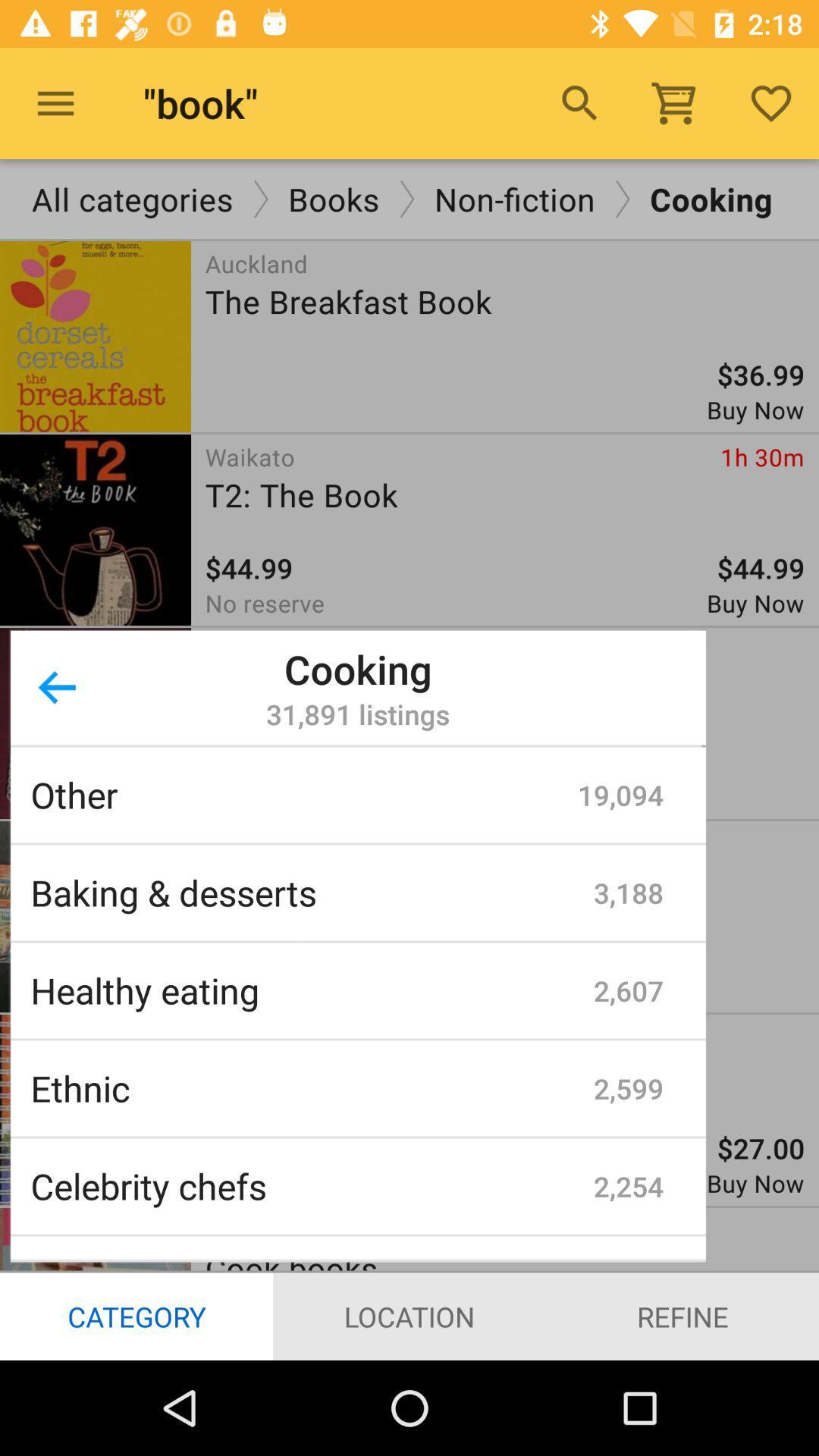  I want to click on other item, so click(304, 794).